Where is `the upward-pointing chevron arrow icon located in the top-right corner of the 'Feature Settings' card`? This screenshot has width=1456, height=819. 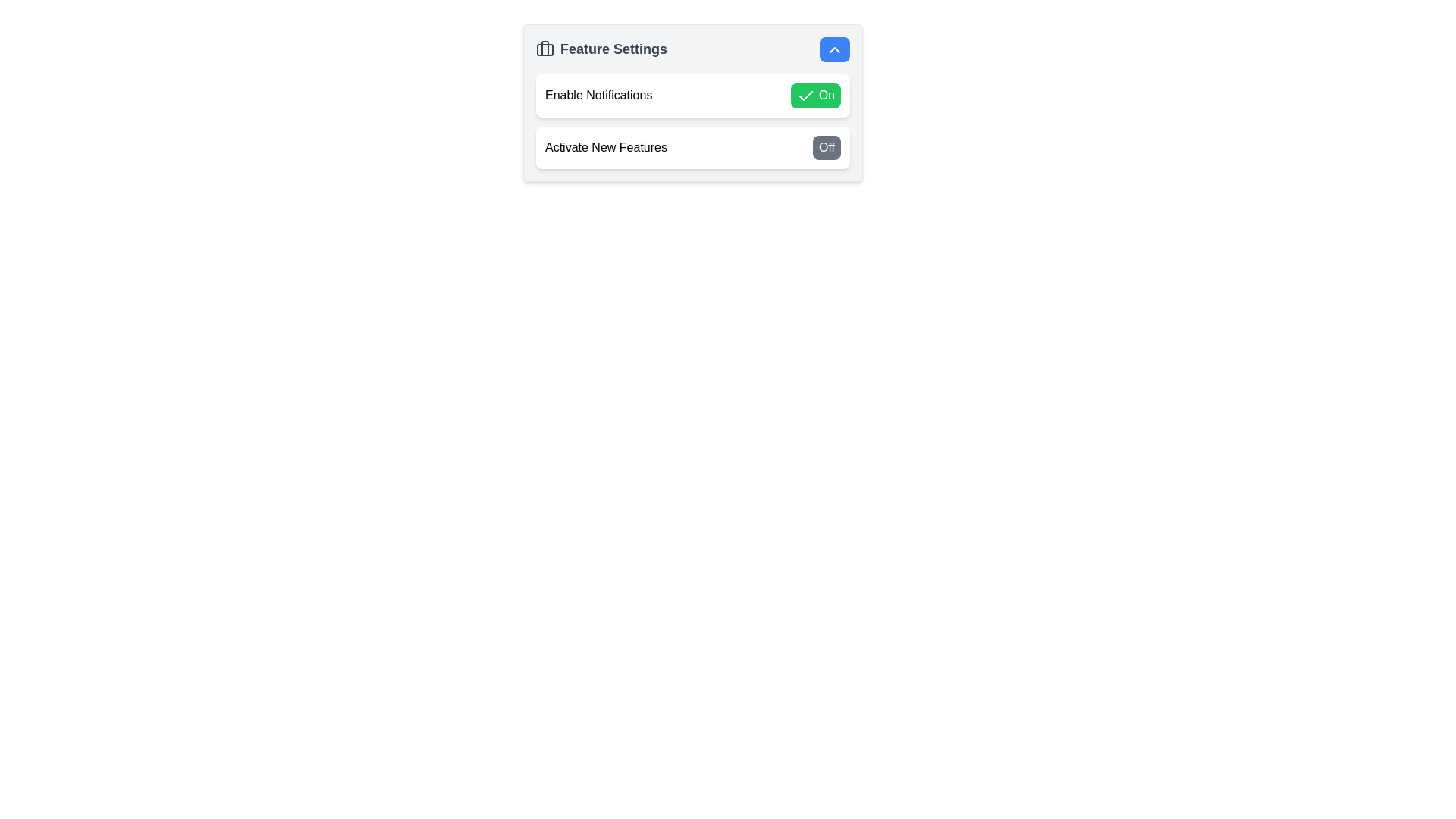 the upward-pointing chevron arrow icon located in the top-right corner of the 'Feature Settings' card is located at coordinates (833, 49).